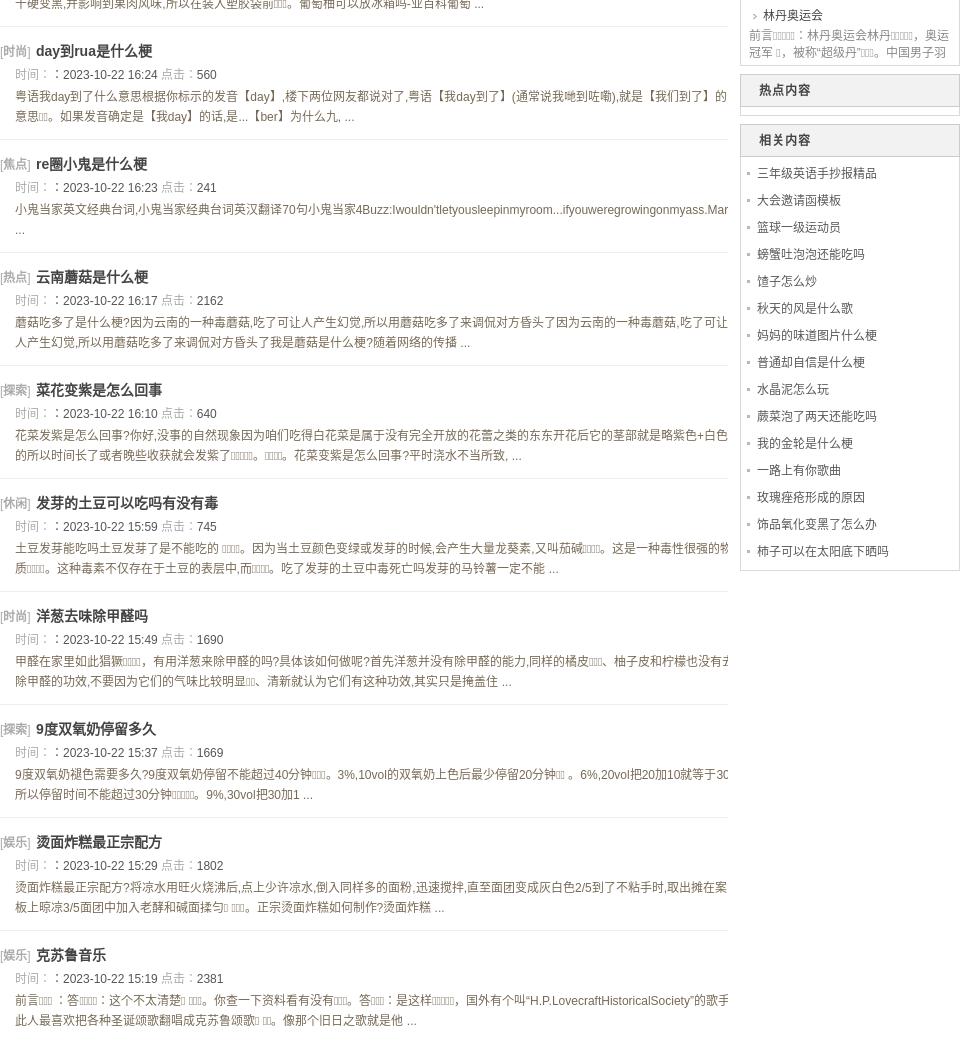 This screenshot has height=1043, width=960. Describe the element at coordinates (206, 73) in the screenshot. I see `'560'` at that location.